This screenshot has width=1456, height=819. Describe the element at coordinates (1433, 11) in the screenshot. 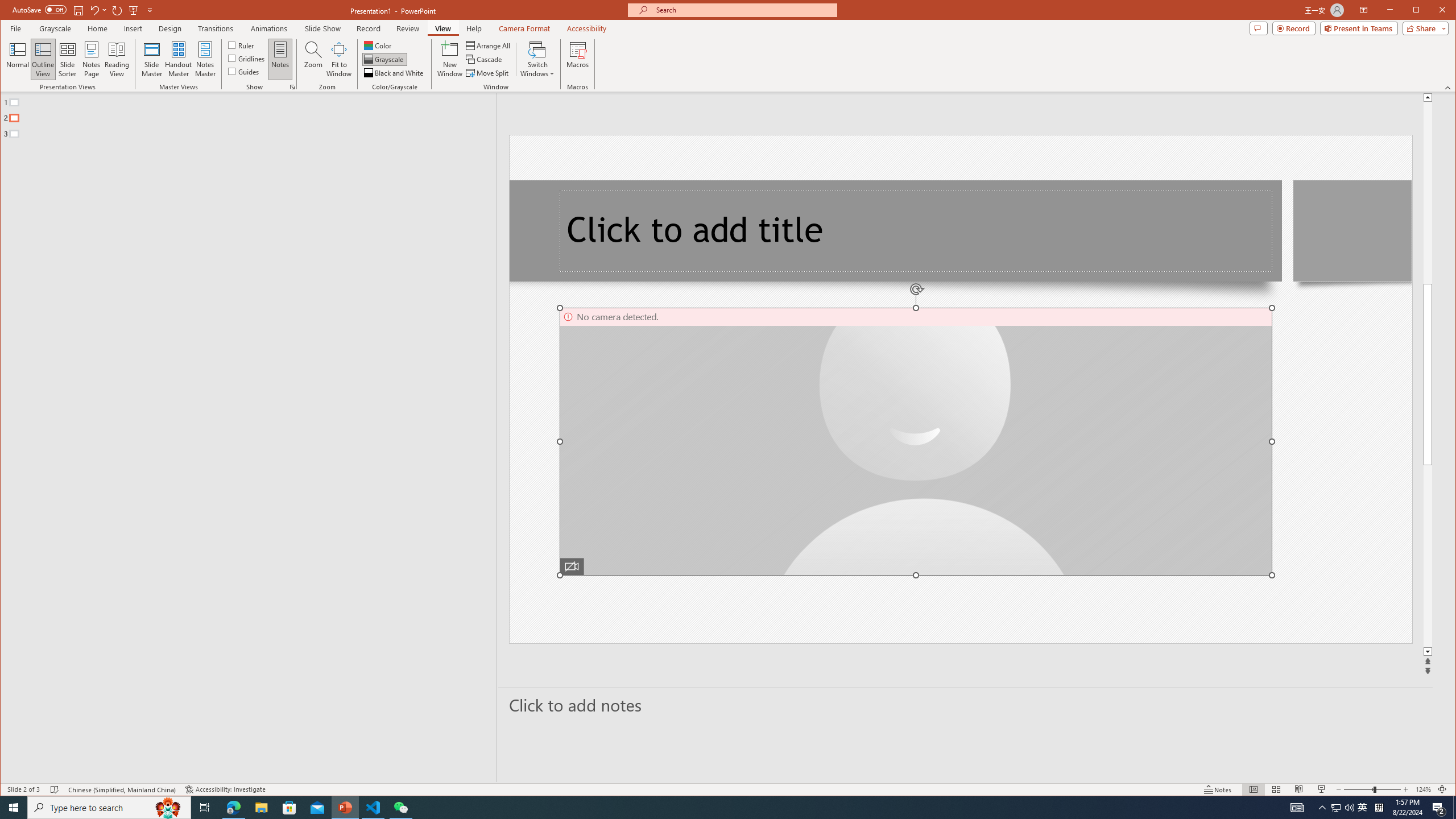

I see `'Maximize'` at that location.